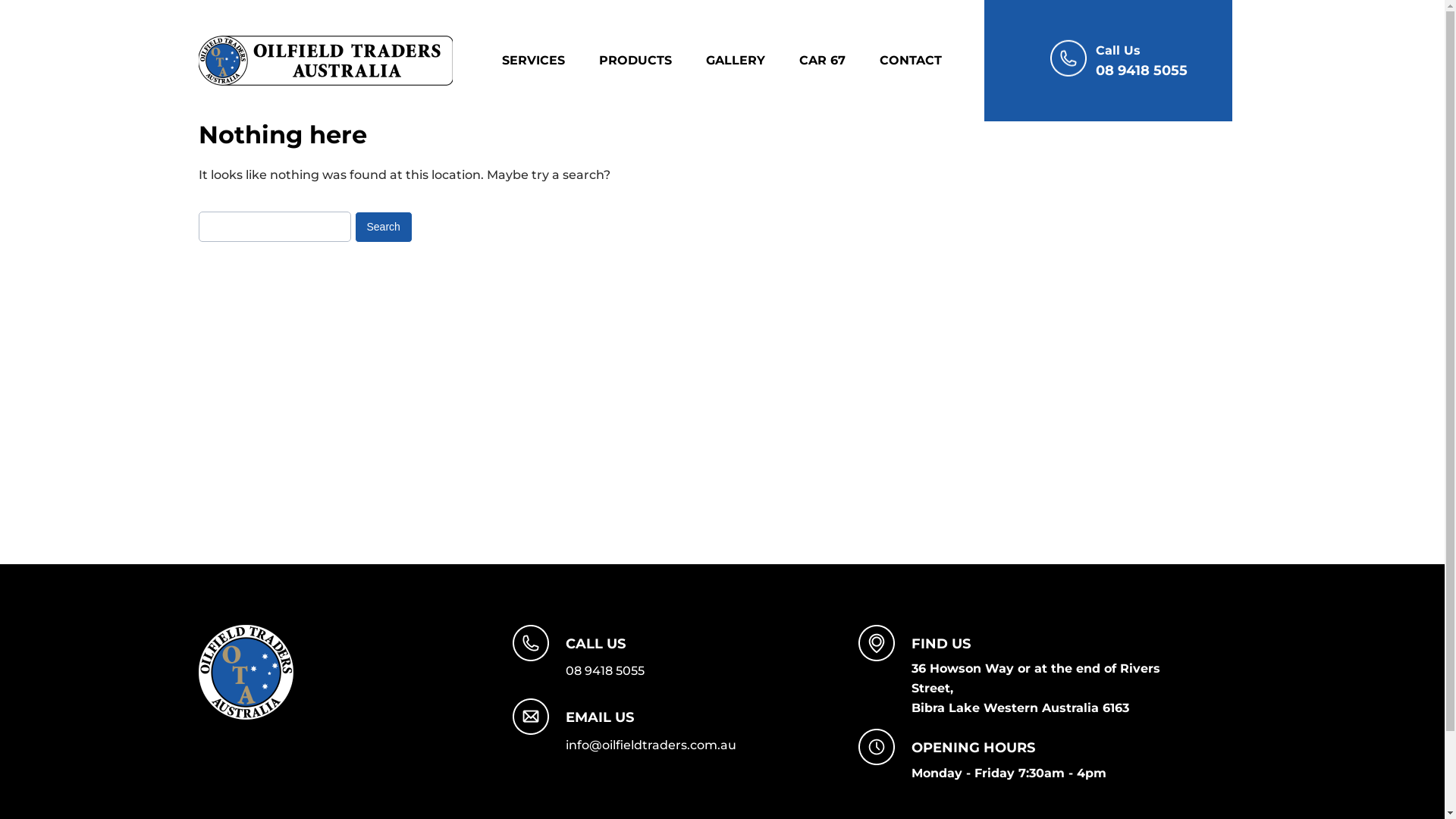 The height and width of the screenshot is (819, 1456). What do you see at coordinates (548, 59) in the screenshot?
I see `'SERVICES'` at bounding box center [548, 59].